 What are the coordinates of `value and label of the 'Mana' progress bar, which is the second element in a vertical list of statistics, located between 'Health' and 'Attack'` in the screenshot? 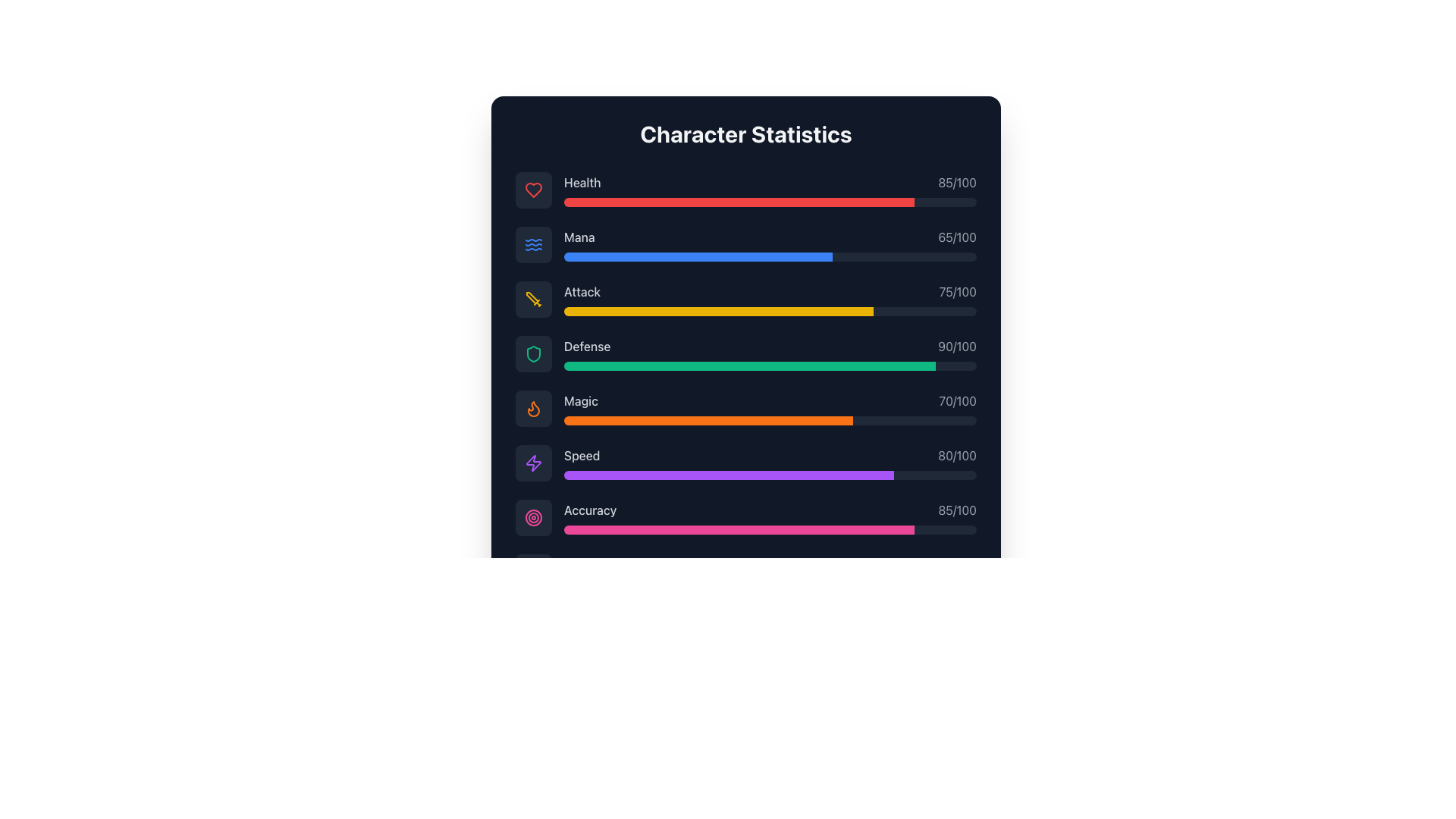 It's located at (770, 244).